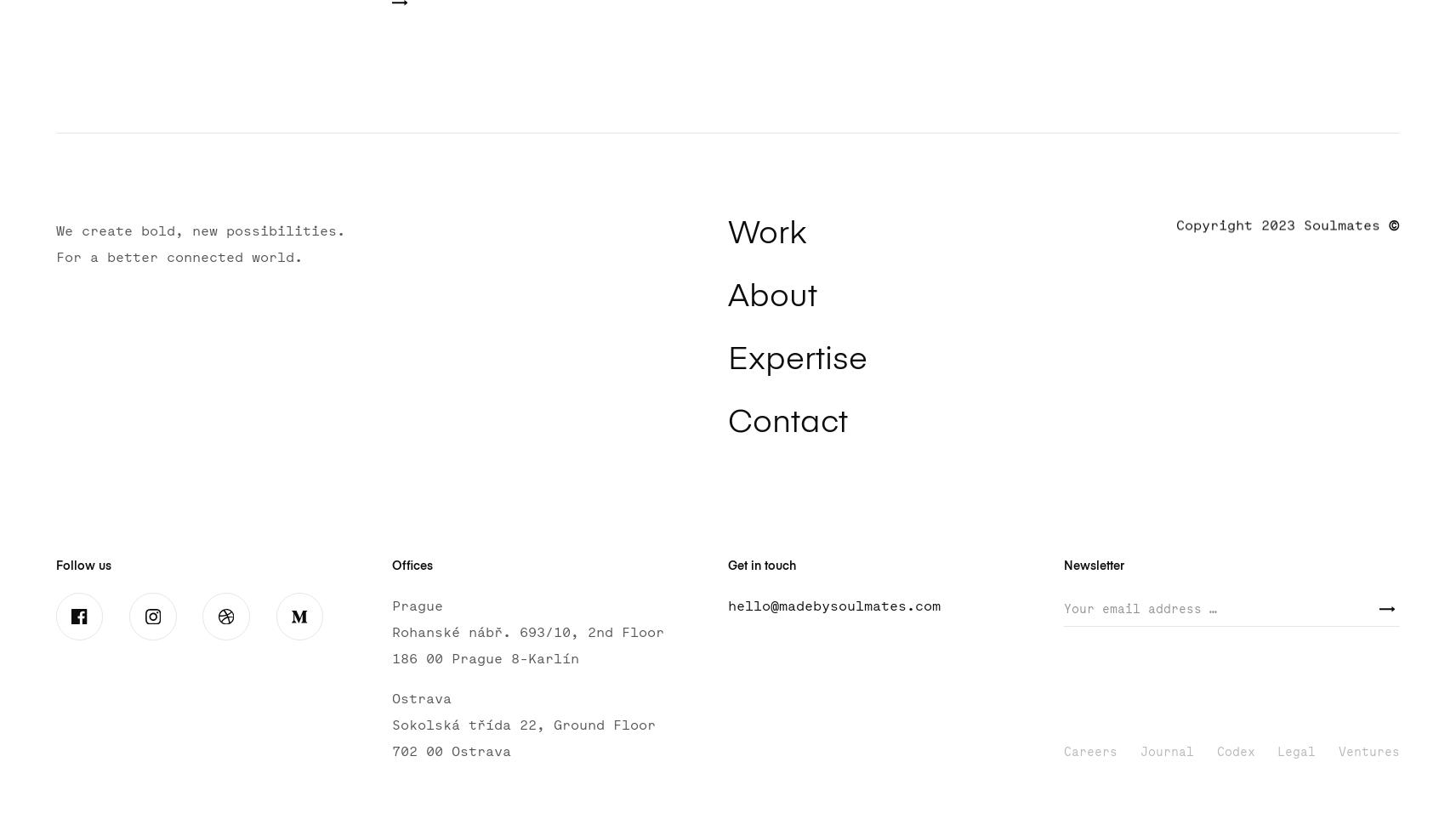 This screenshot has width=1456, height=836. I want to click on 'Contact', so click(786, 423).